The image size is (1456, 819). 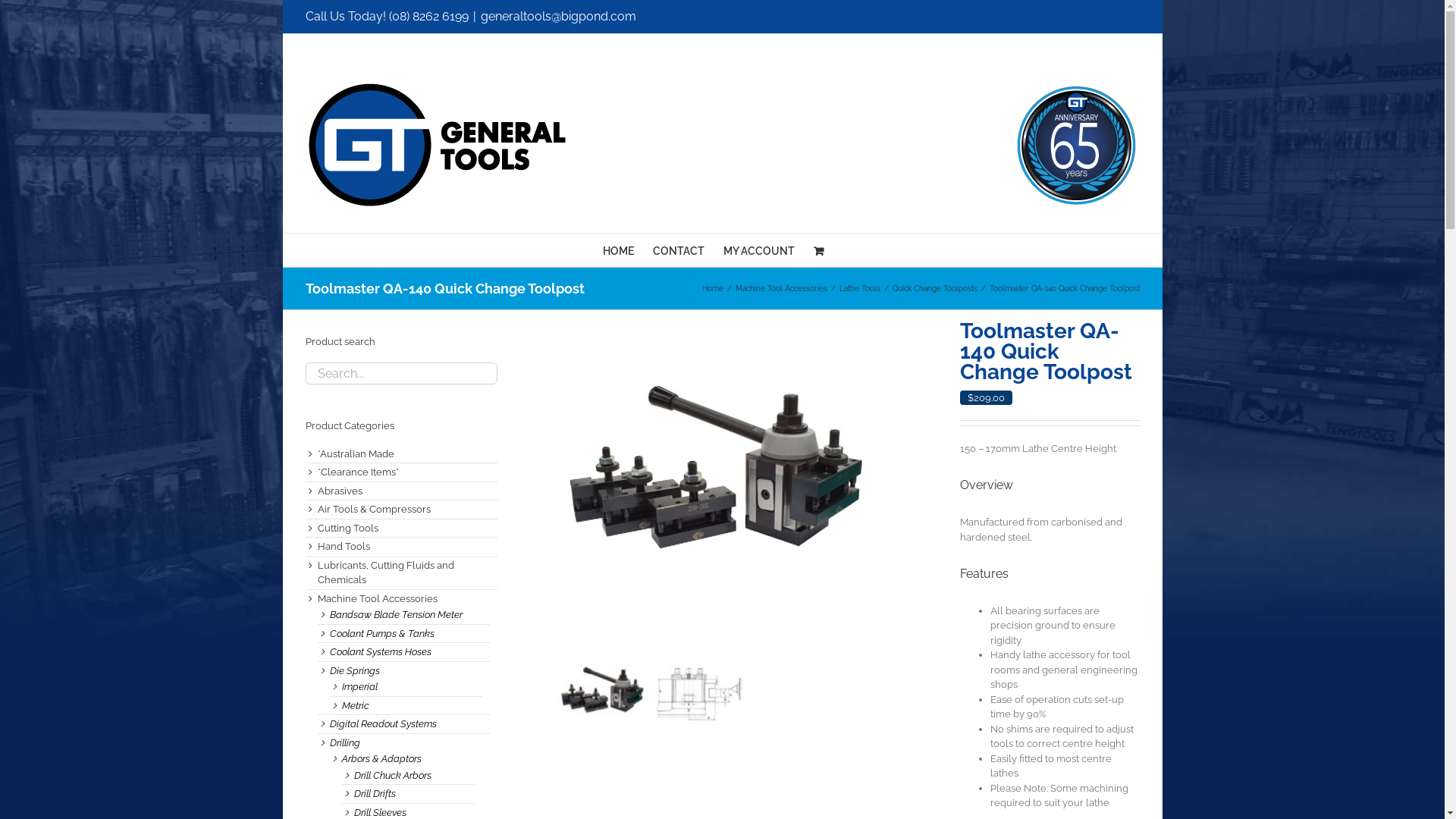 I want to click on 'Abrasives', so click(x=315, y=491).